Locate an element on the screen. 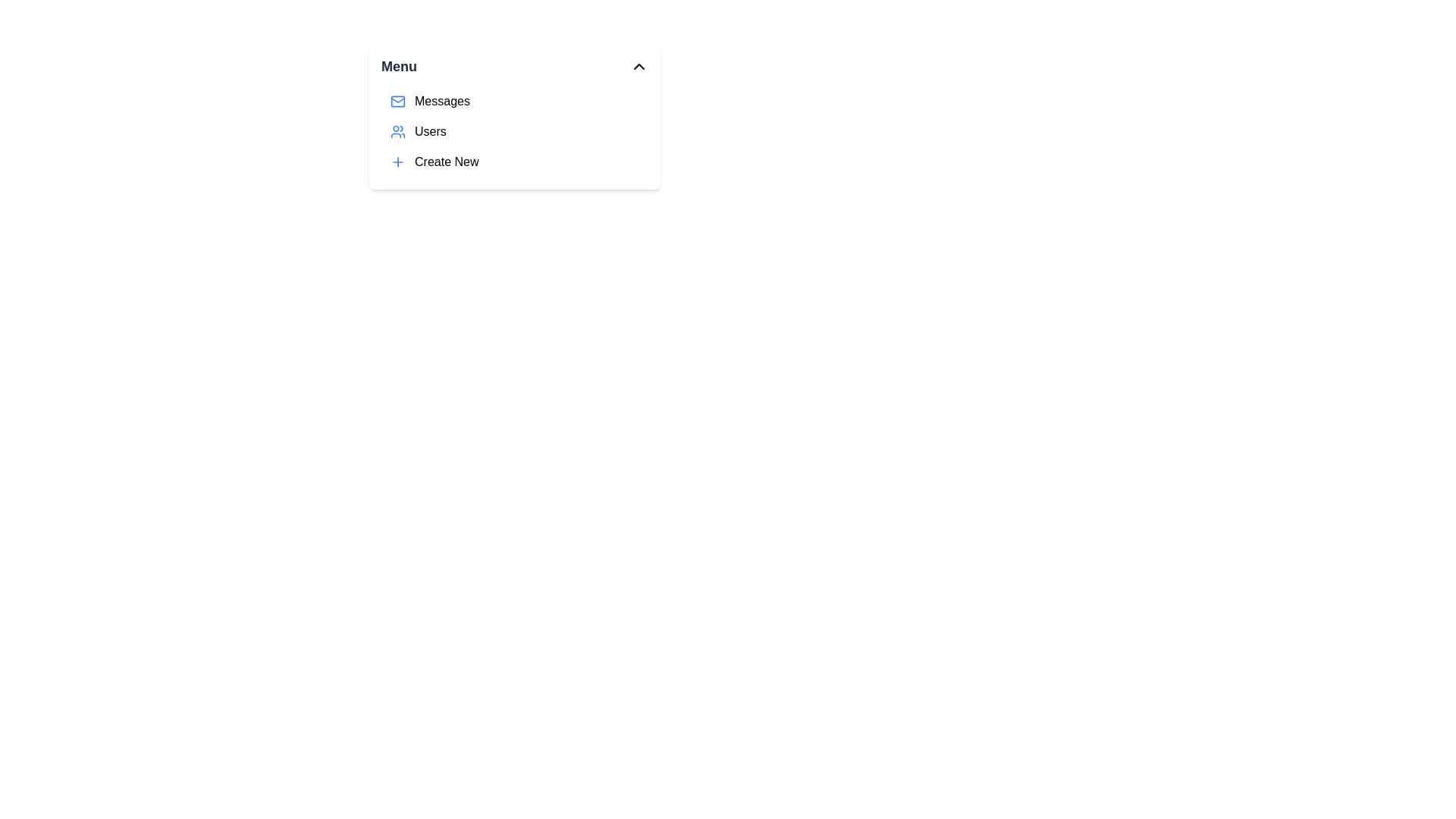 This screenshot has width=1456, height=819. the 'Menu' text label, which is styled with a bold font and dark gray color, located to the left of a downward chevron icon in the interface is located at coordinates (399, 66).